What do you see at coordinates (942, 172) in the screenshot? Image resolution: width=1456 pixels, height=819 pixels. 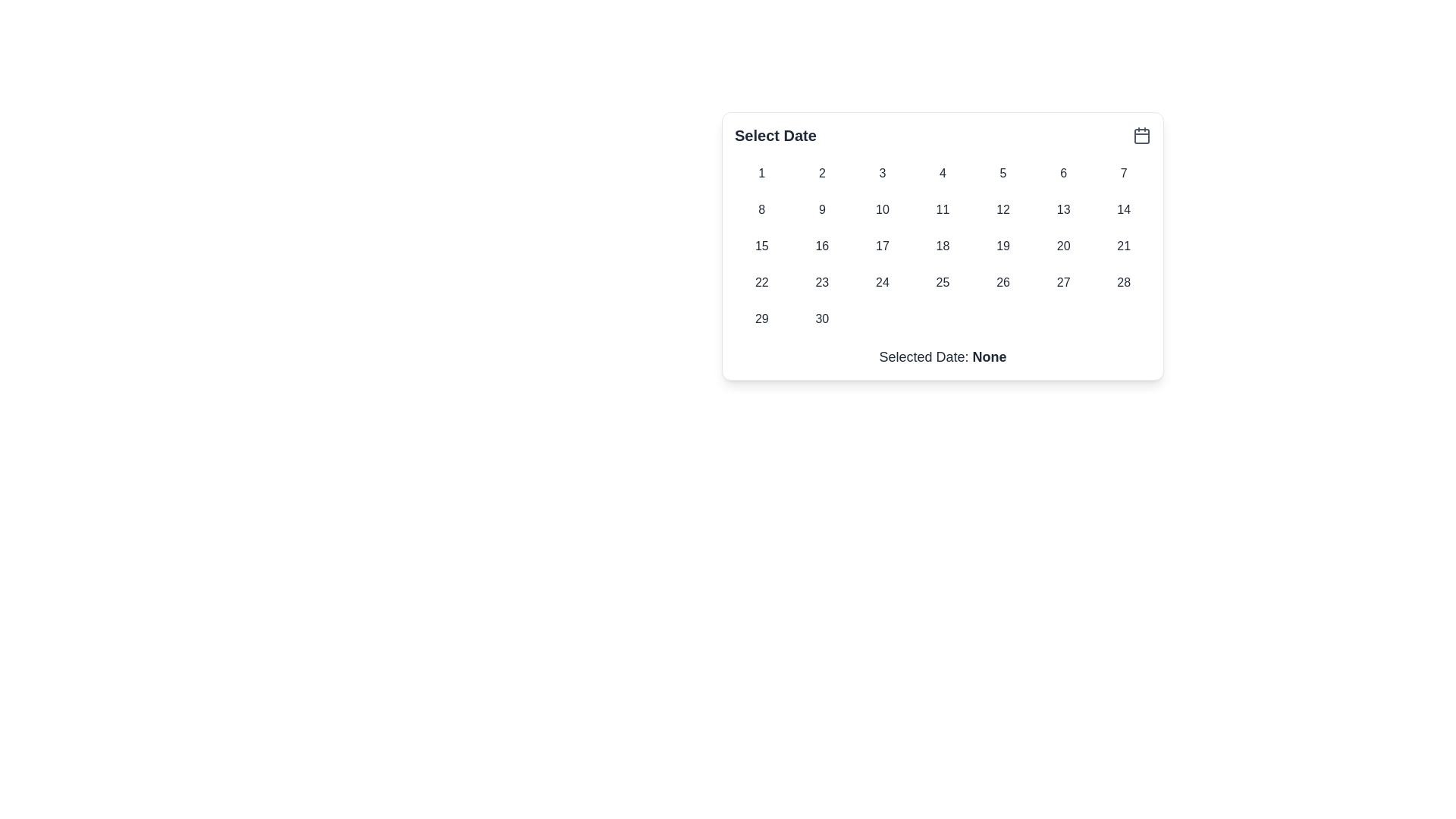 I see `the button labeled '4' located in the date selection interface, which is the fourth item in the first row of a 7-column grid layout` at bounding box center [942, 172].